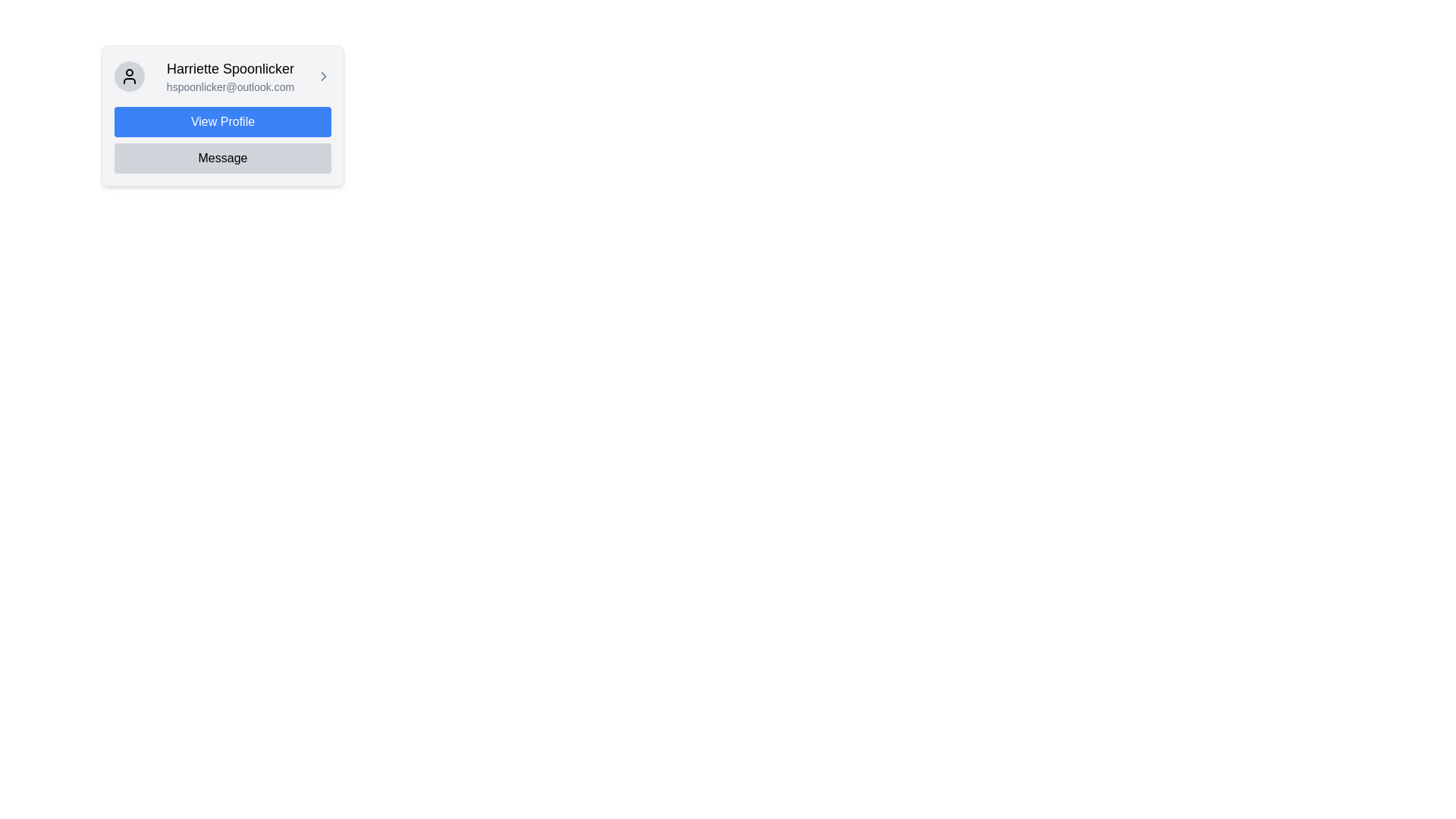 This screenshot has height=819, width=1456. I want to click on the Profile Information Section at the upper part of the card, so click(221, 76).